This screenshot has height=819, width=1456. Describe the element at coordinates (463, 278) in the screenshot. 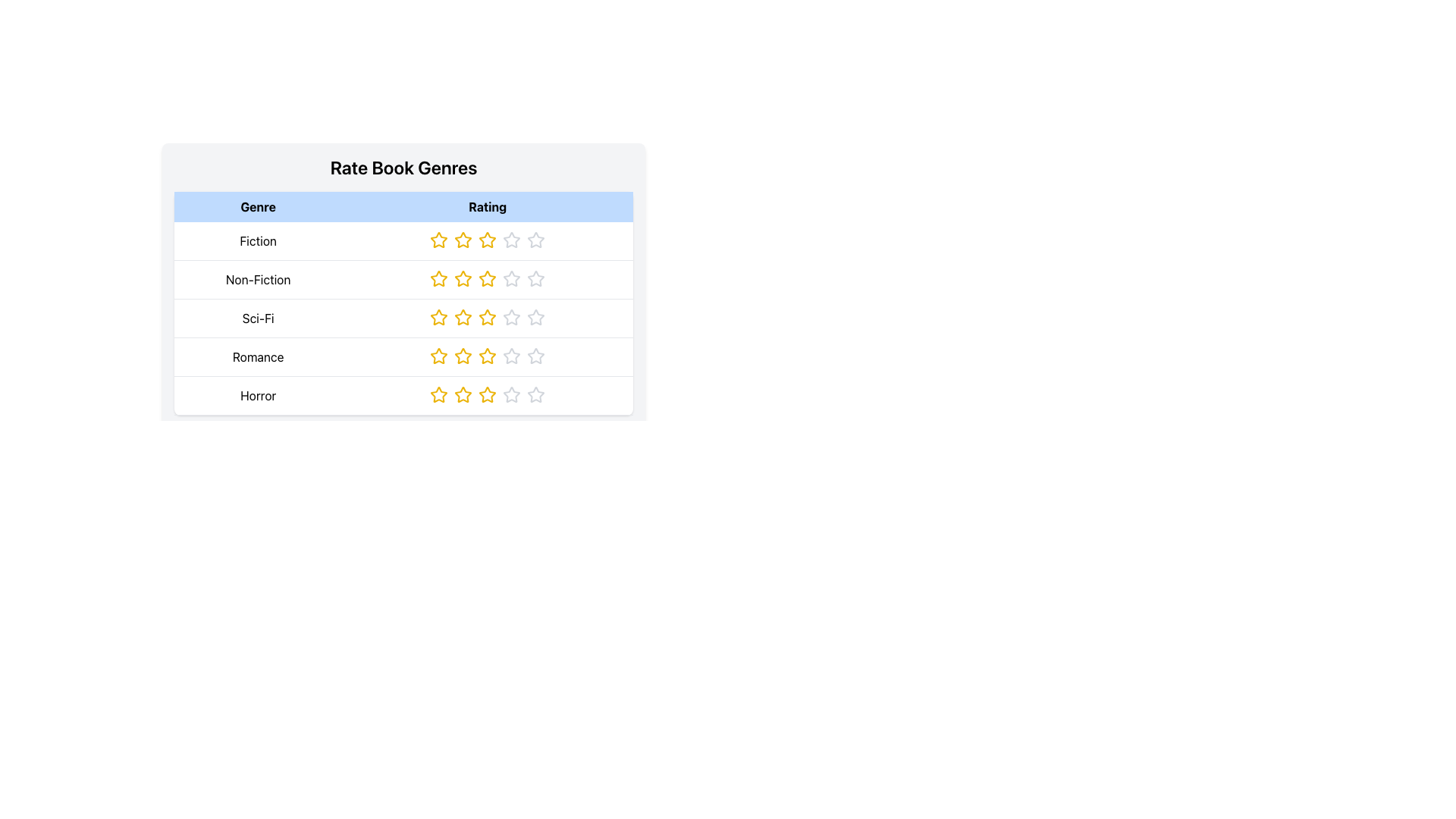

I see `the second star in the 'Rating' column of the ratings table for the 'Non-Fiction' genre to provide a rating` at that location.